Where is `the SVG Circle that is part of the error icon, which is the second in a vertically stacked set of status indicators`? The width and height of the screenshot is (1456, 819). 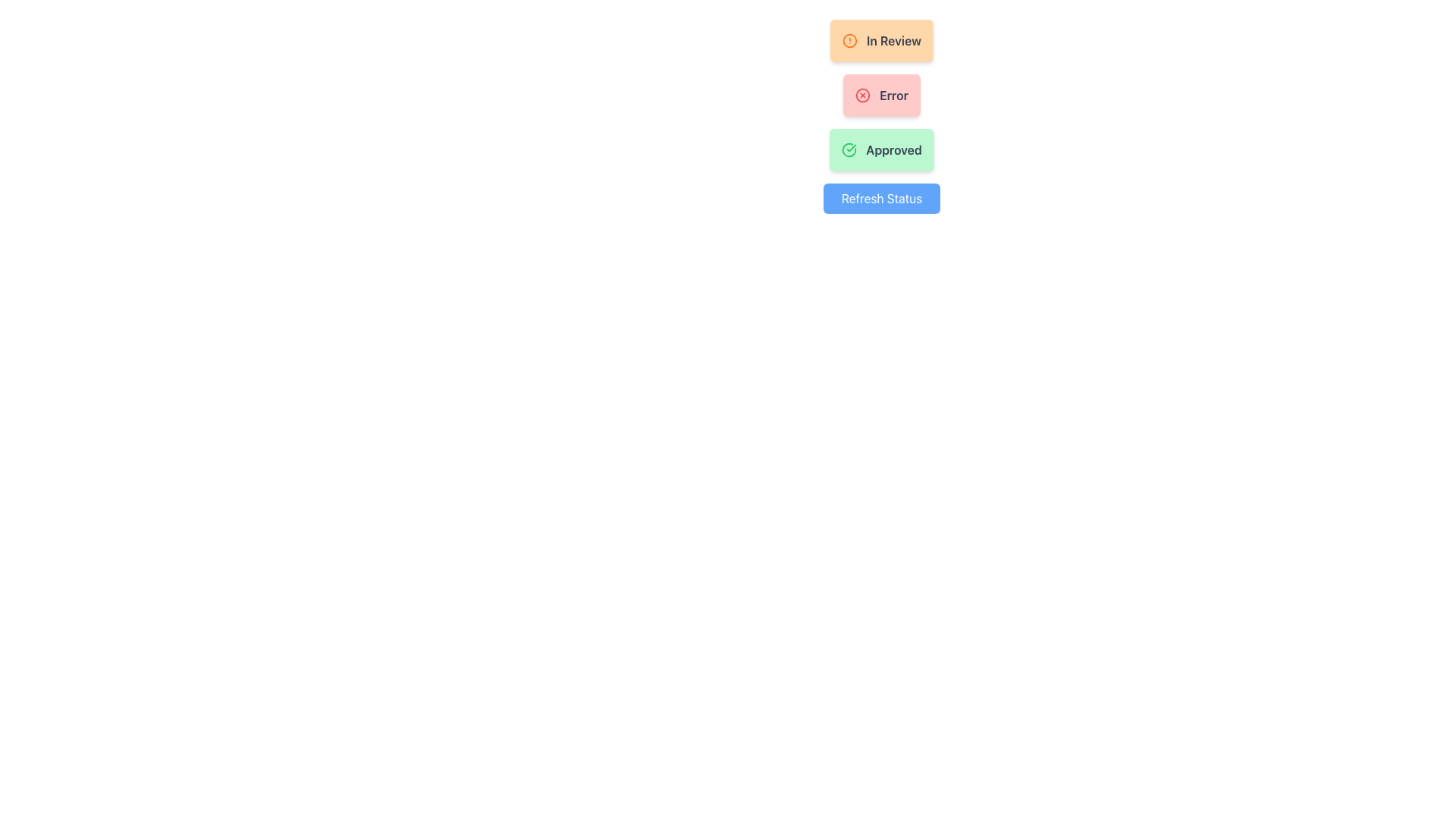 the SVG Circle that is part of the error icon, which is the second in a vertically stacked set of status indicators is located at coordinates (862, 96).